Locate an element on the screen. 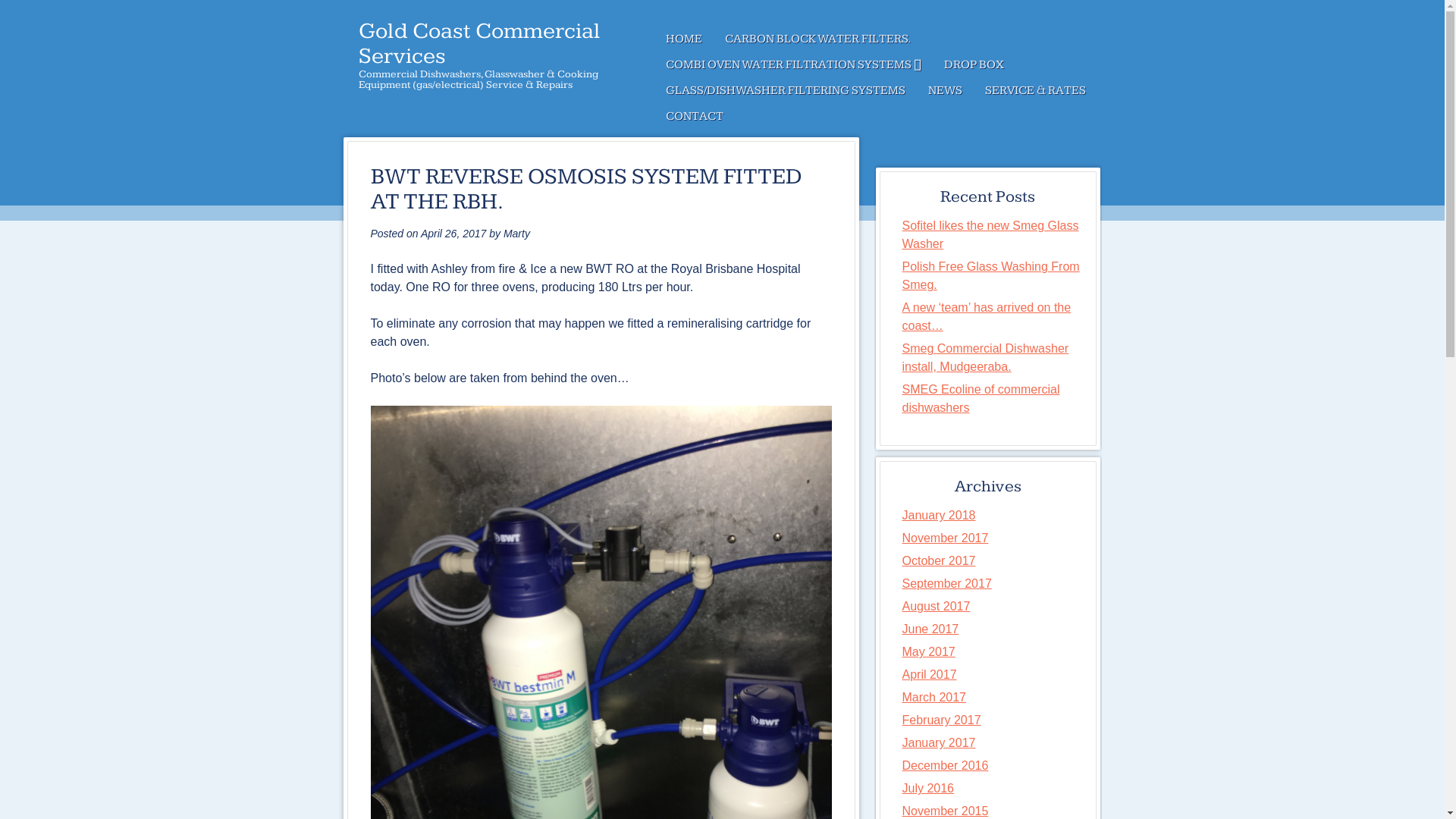  'January 2018' is located at coordinates (938, 514).